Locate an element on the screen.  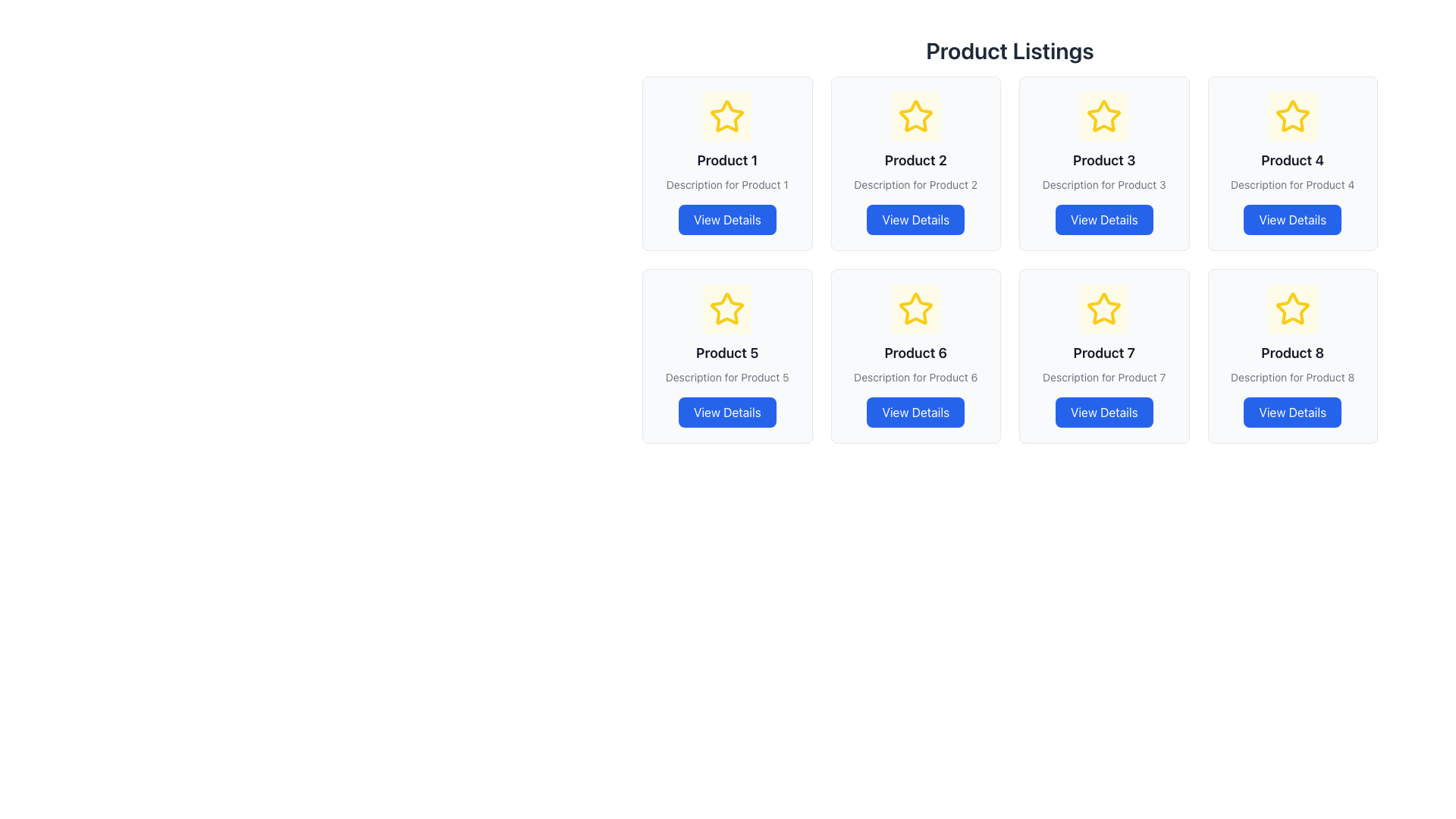
the text label displaying 'Product 4', which is located in the fourth card of the product grid, positioned between a star icon above and the description below is located at coordinates (1291, 161).